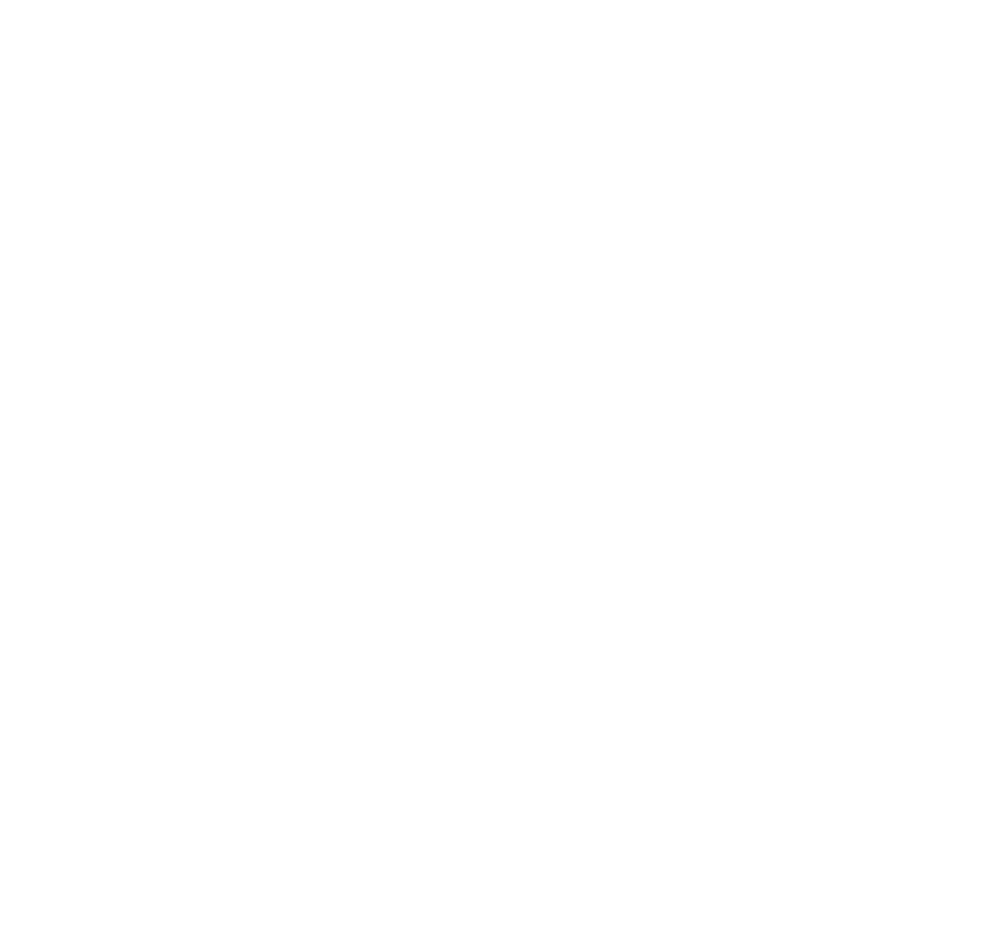 This screenshot has height=948, width=1000. Describe the element at coordinates (423, 495) in the screenshot. I see `'in Washington, D.C.,'` at that location.